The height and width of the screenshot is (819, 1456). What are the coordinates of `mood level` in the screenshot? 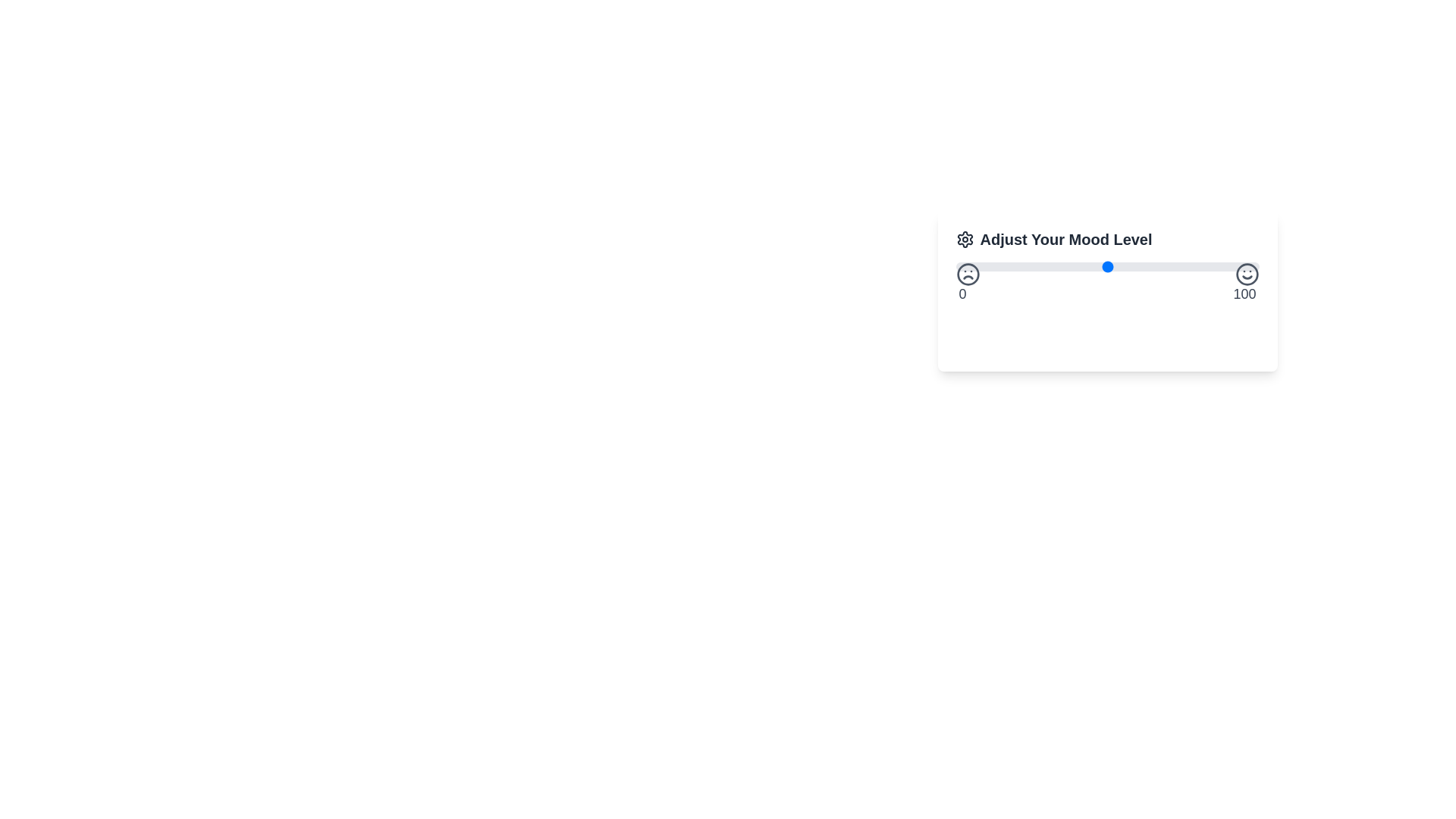 It's located at (964, 265).